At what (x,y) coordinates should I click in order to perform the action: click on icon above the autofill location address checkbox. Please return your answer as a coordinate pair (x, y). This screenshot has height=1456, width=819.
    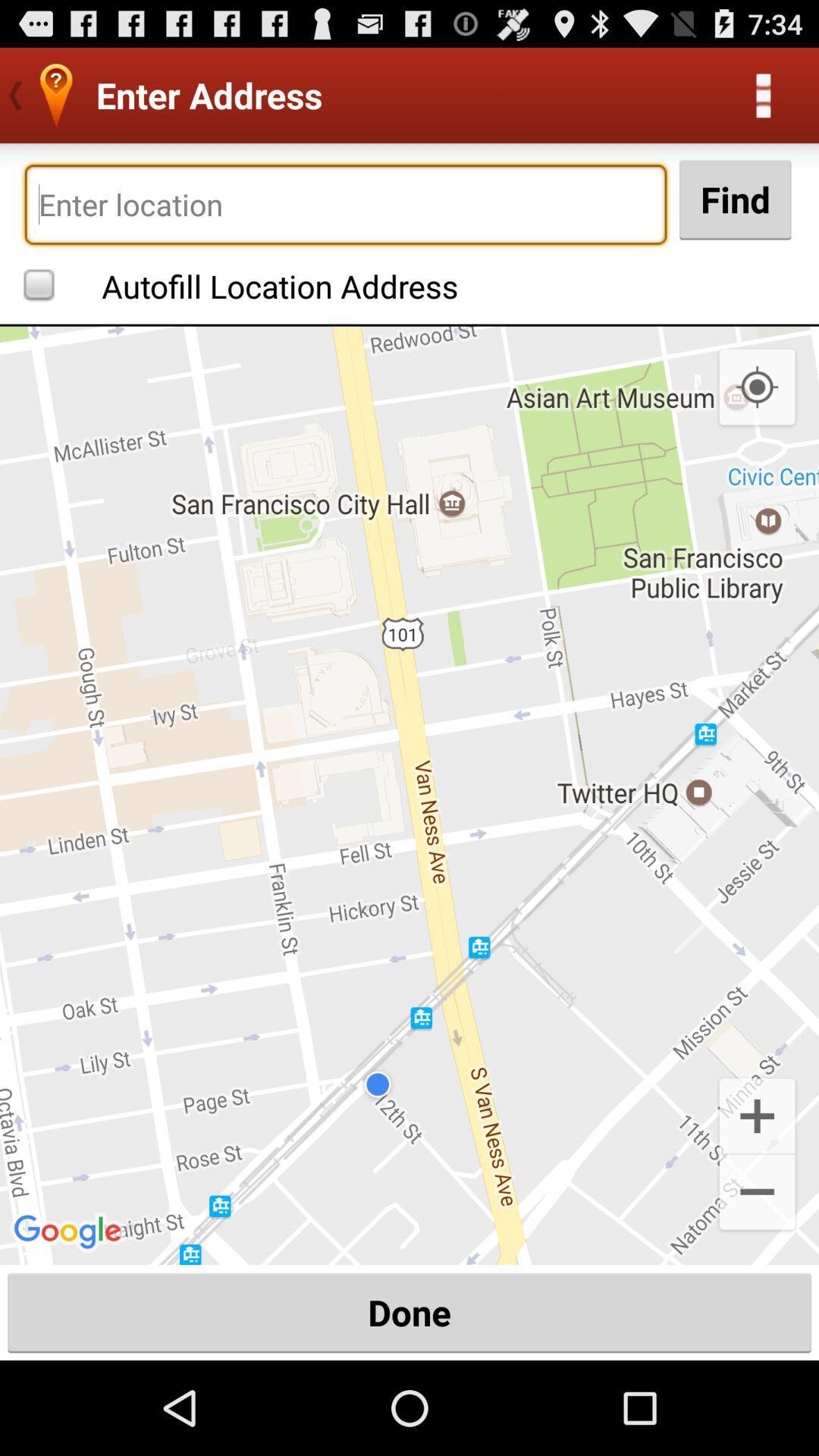
    Looking at the image, I should click on (345, 203).